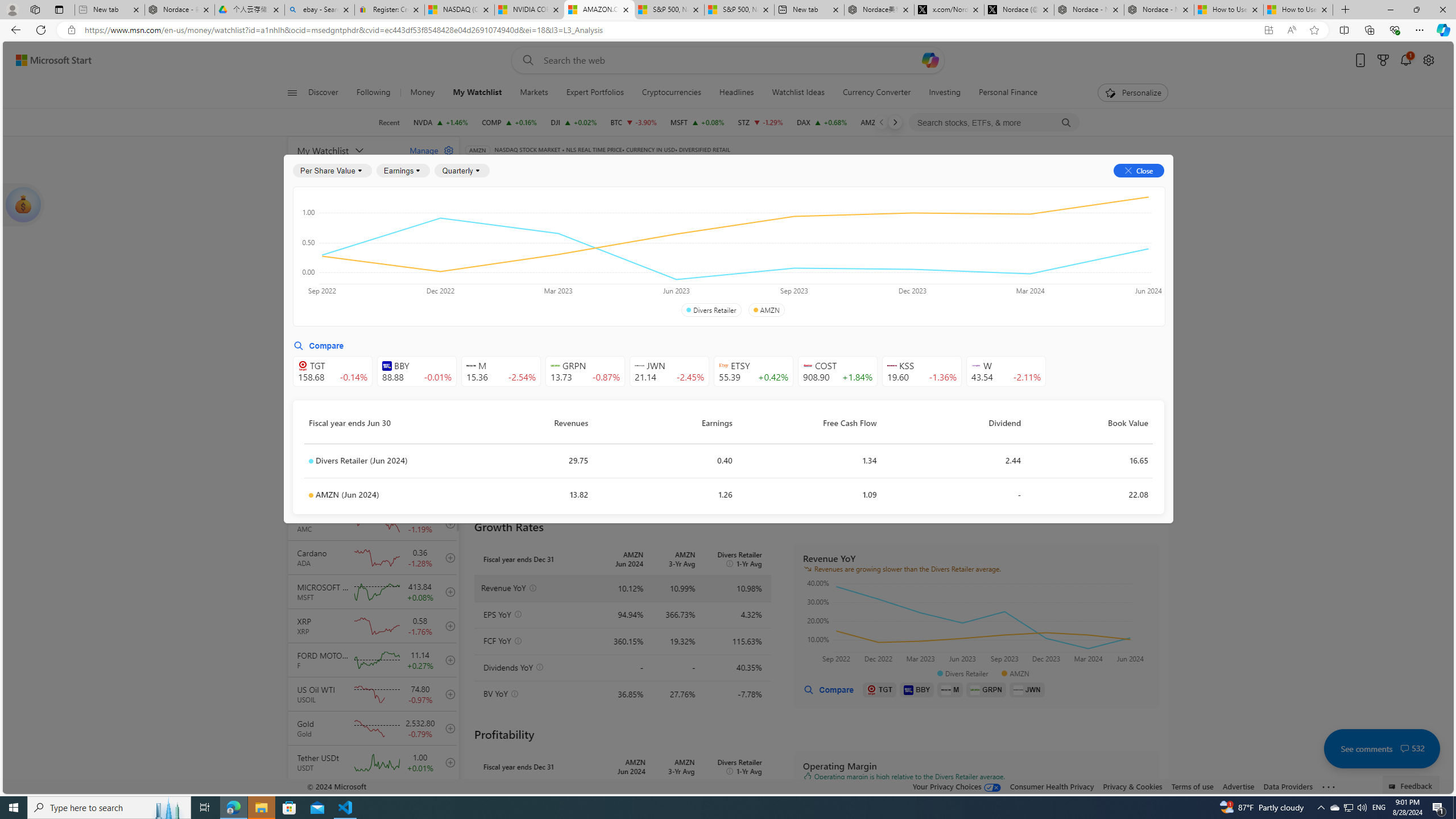 The image size is (1456, 819). Describe the element at coordinates (1393, 786) in the screenshot. I see `'Class: feedback_link_icon-DS-EntryPoint1-1'` at that location.